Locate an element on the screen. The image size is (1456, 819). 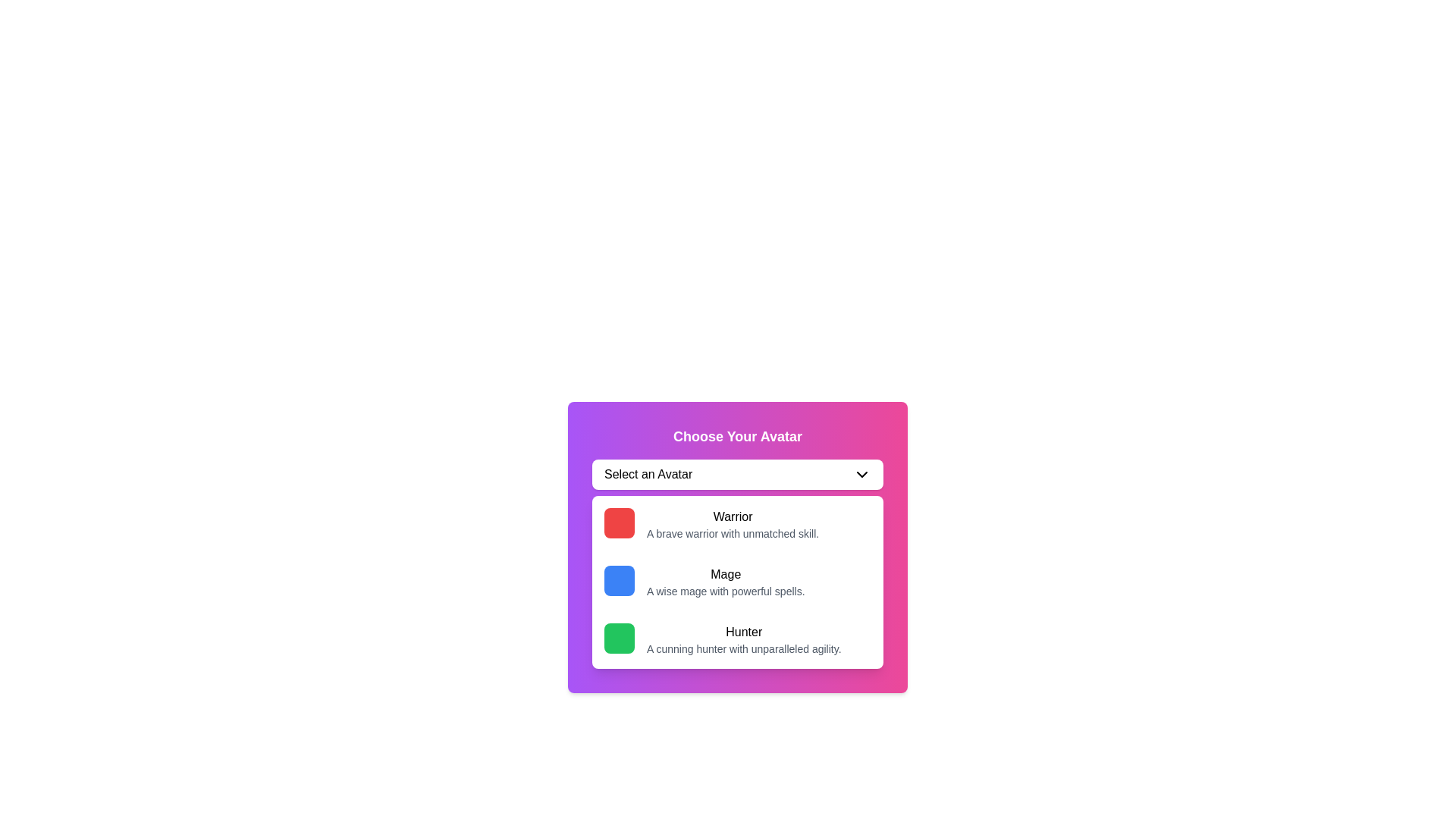
the 'Mage' selectable option panel, which features a blue square icon on the left and is the second item in the list is located at coordinates (738, 581).